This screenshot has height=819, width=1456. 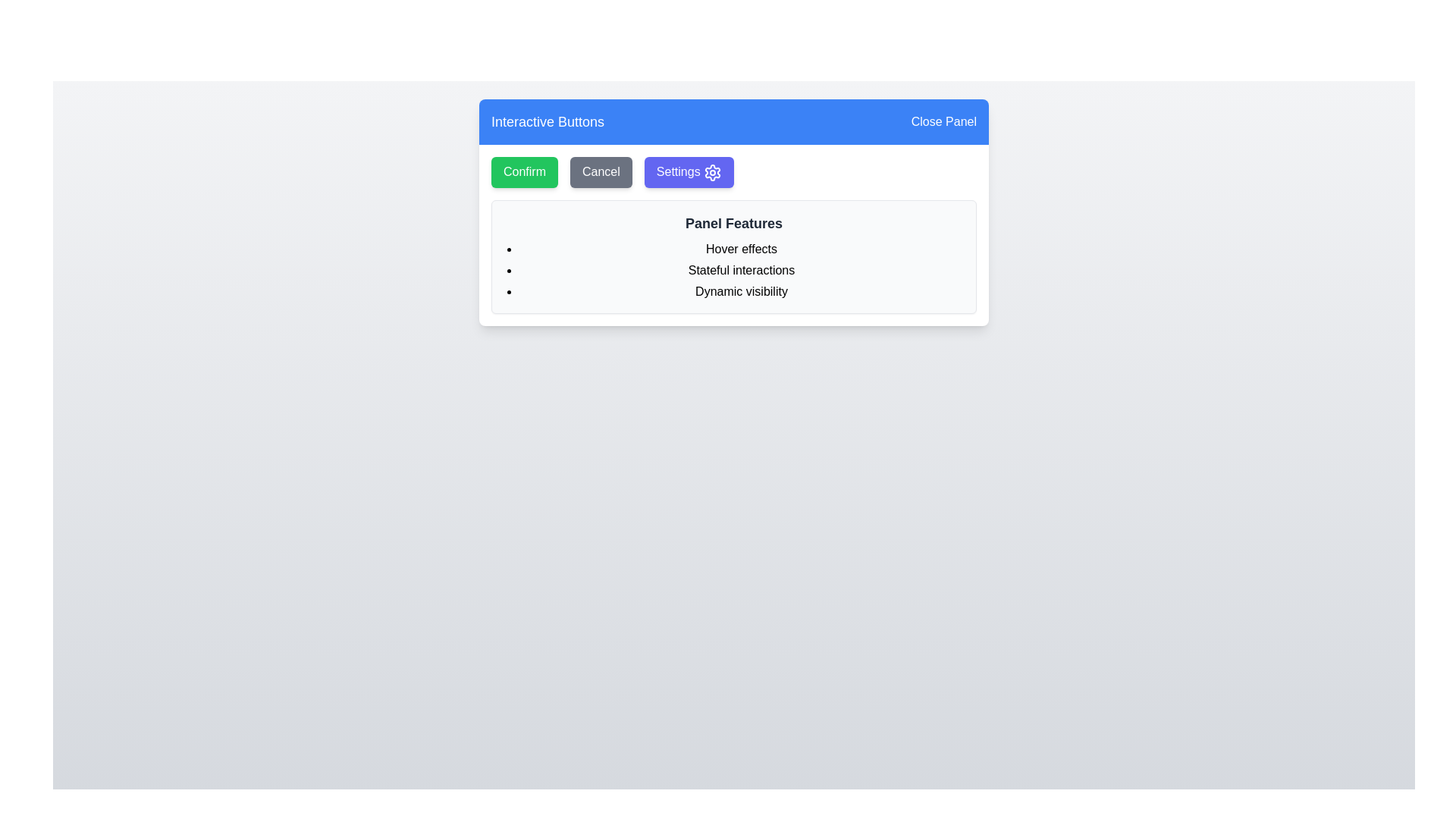 What do you see at coordinates (742, 247) in the screenshot?
I see `the static text displaying 'Hover effects' in the bullet list under 'Panel Features'` at bounding box center [742, 247].